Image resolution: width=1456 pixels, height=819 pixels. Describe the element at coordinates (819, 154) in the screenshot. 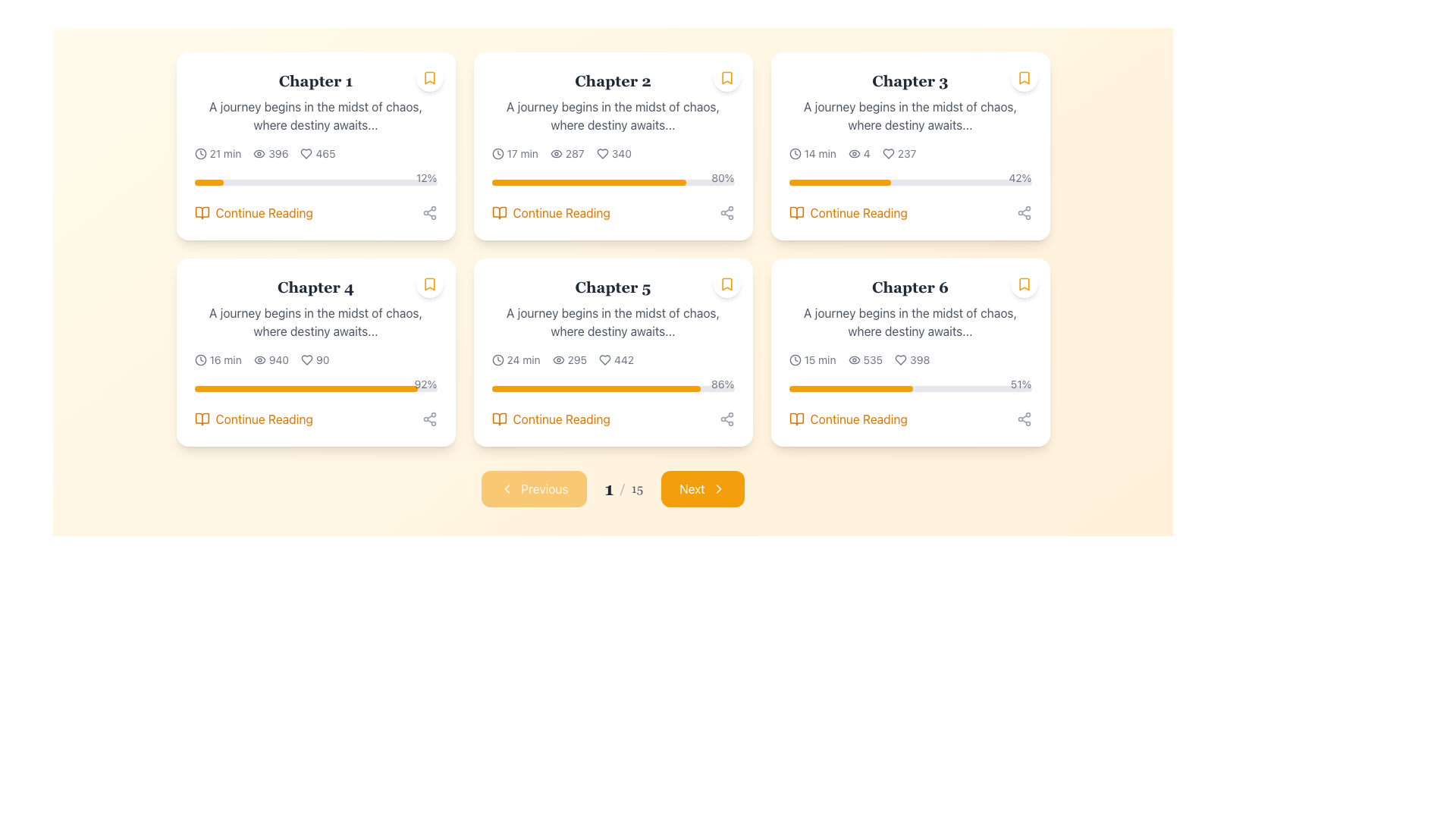

I see `the text display component that informs users of the approximate time required to read the associated chapter, located in the upper-left portion of the 'Chapter 3' card, directly to the right of a clock-shaped icon` at that location.